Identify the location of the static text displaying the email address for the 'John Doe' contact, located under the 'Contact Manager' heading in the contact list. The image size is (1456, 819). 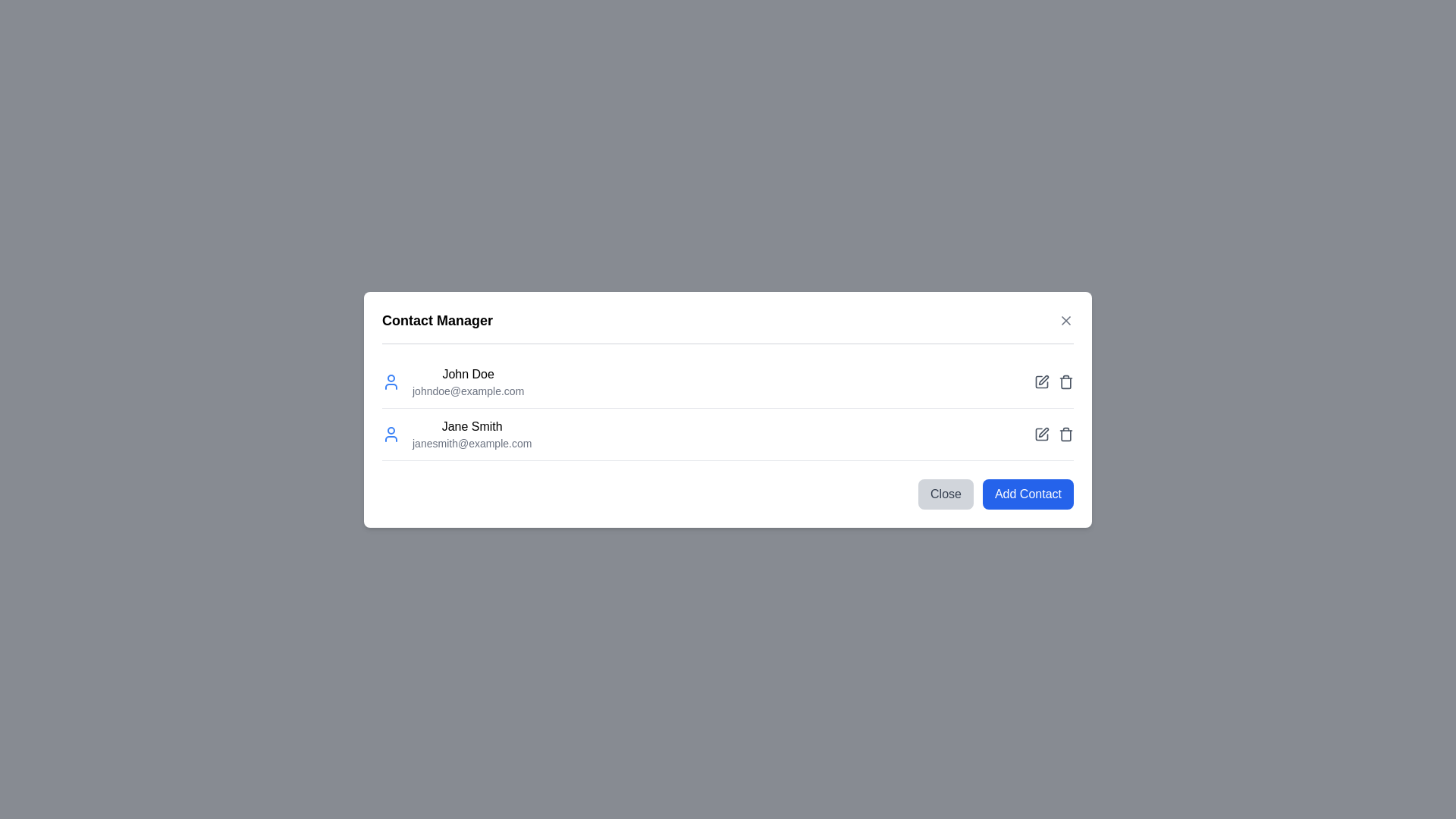
(467, 390).